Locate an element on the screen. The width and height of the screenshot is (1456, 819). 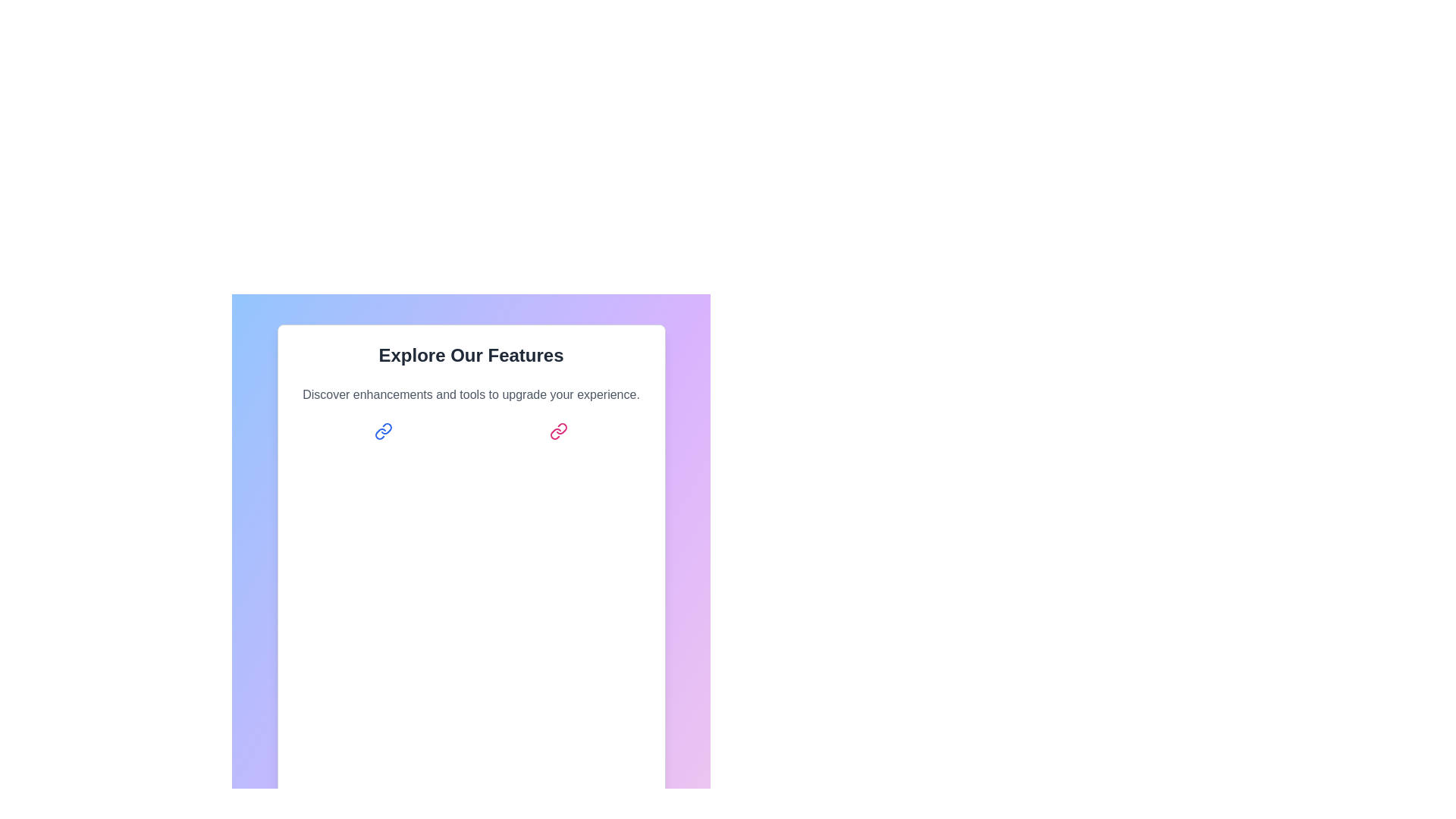
the pink chain link icon button to navigate or trigger a linked feature is located at coordinates (558, 431).